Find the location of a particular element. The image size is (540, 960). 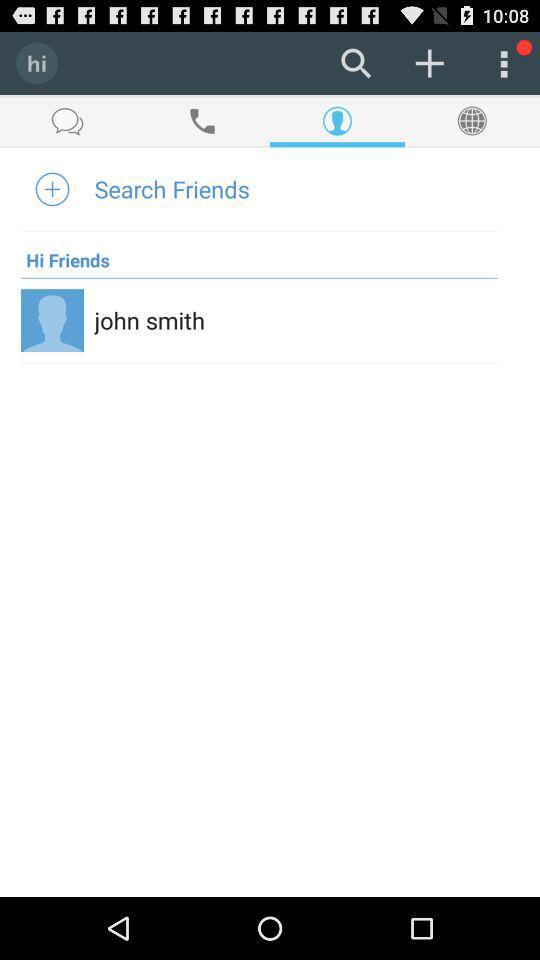

the item above the hi friends is located at coordinates (172, 188).